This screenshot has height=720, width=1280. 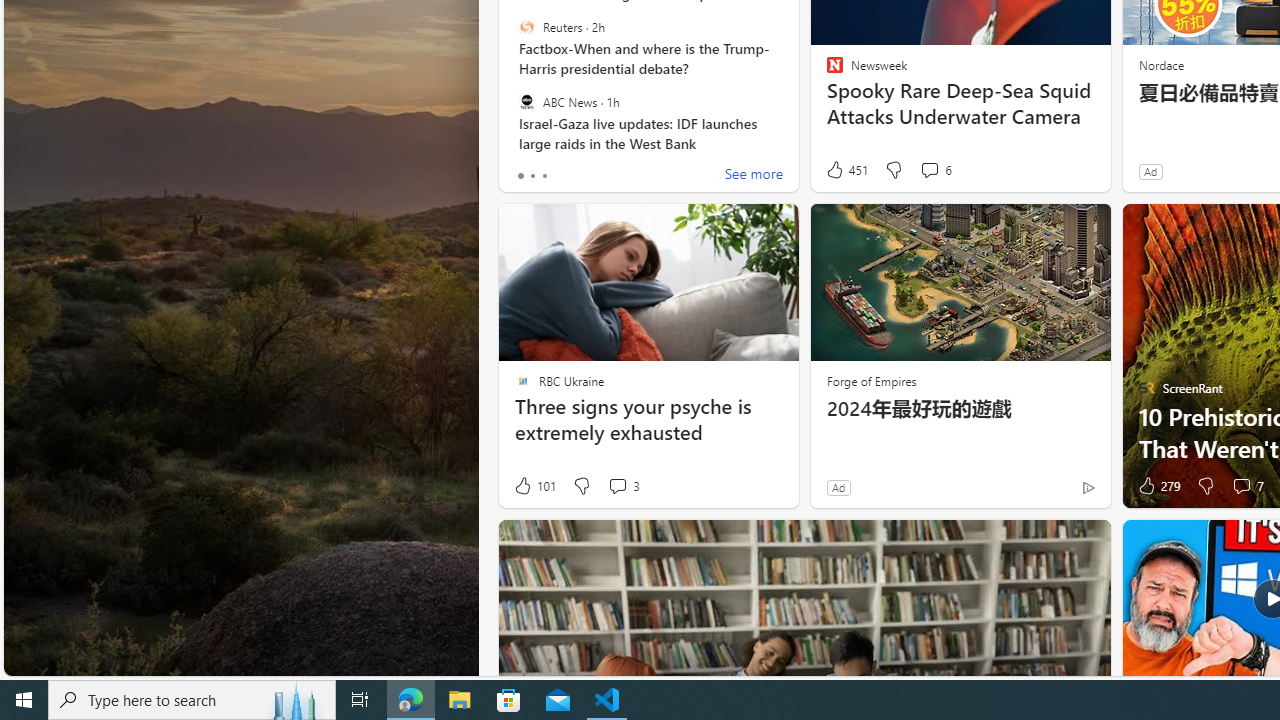 What do you see at coordinates (526, 27) in the screenshot?
I see `'Reuters'` at bounding box center [526, 27].